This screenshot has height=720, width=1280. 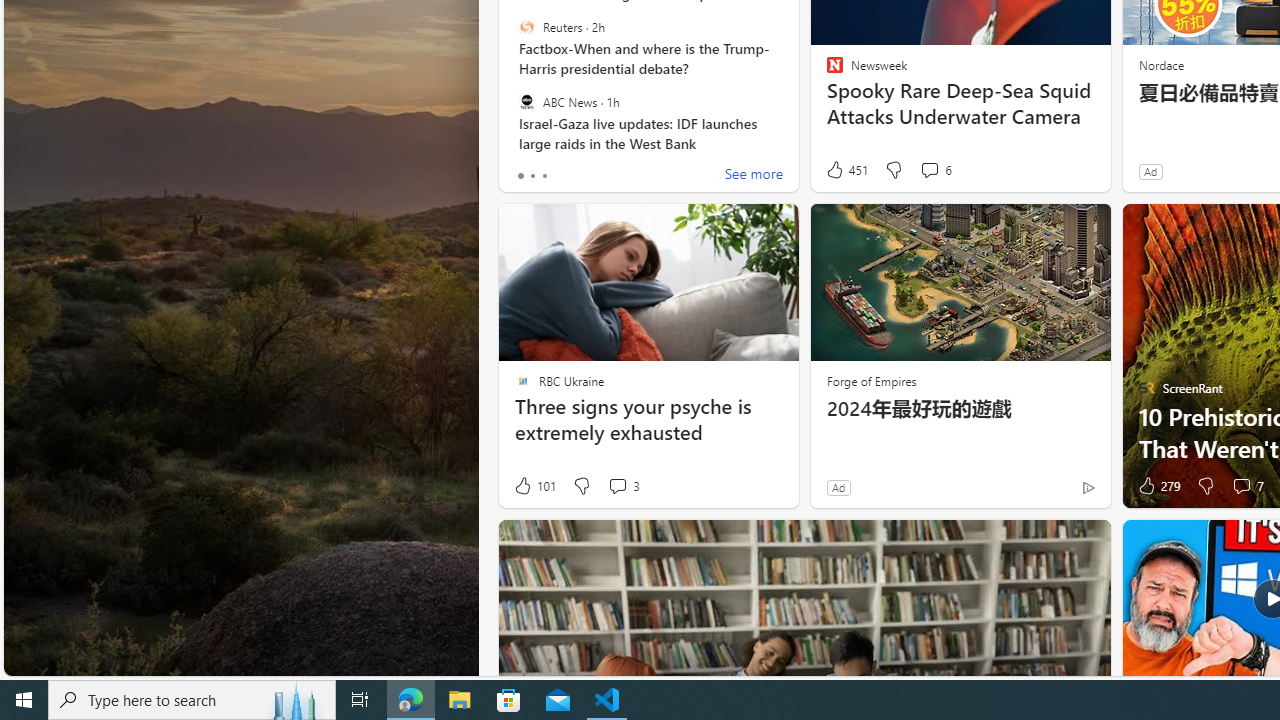 What do you see at coordinates (526, 27) in the screenshot?
I see `'Reuters'` at bounding box center [526, 27].